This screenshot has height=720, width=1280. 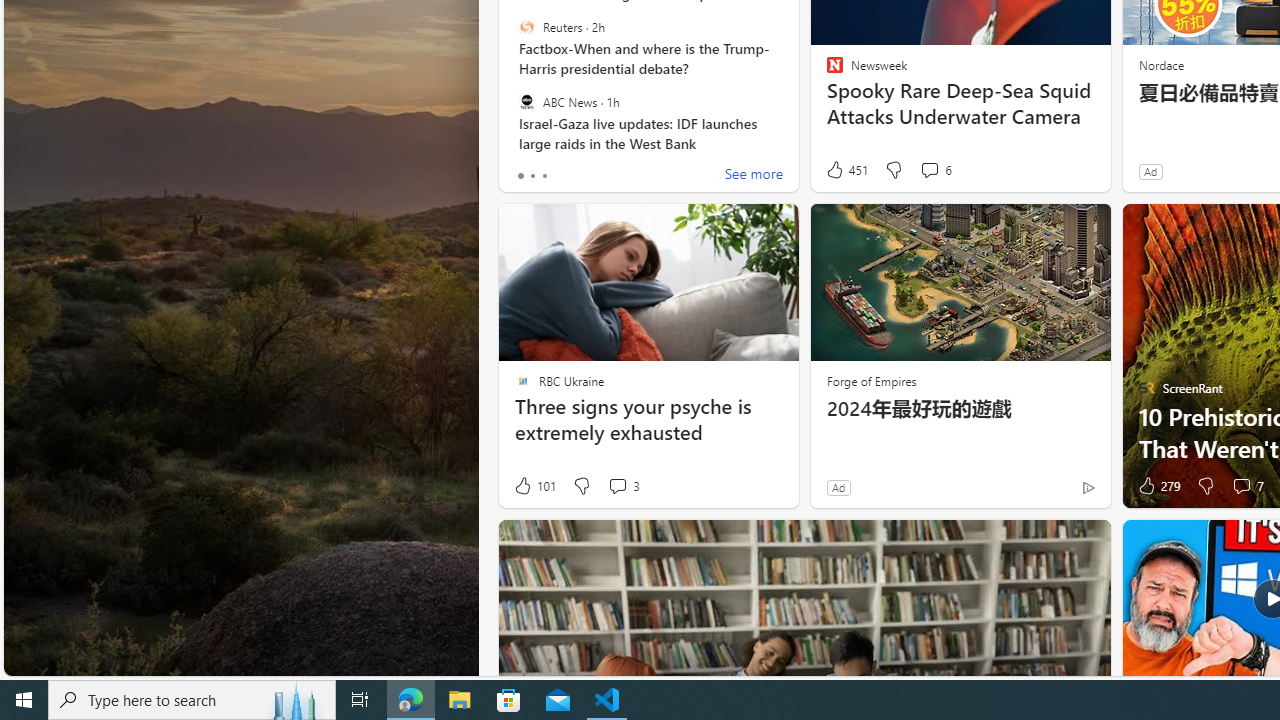 What do you see at coordinates (526, 27) in the screenshot?
I see `'Reuters'` at bounding box center [526, 27].